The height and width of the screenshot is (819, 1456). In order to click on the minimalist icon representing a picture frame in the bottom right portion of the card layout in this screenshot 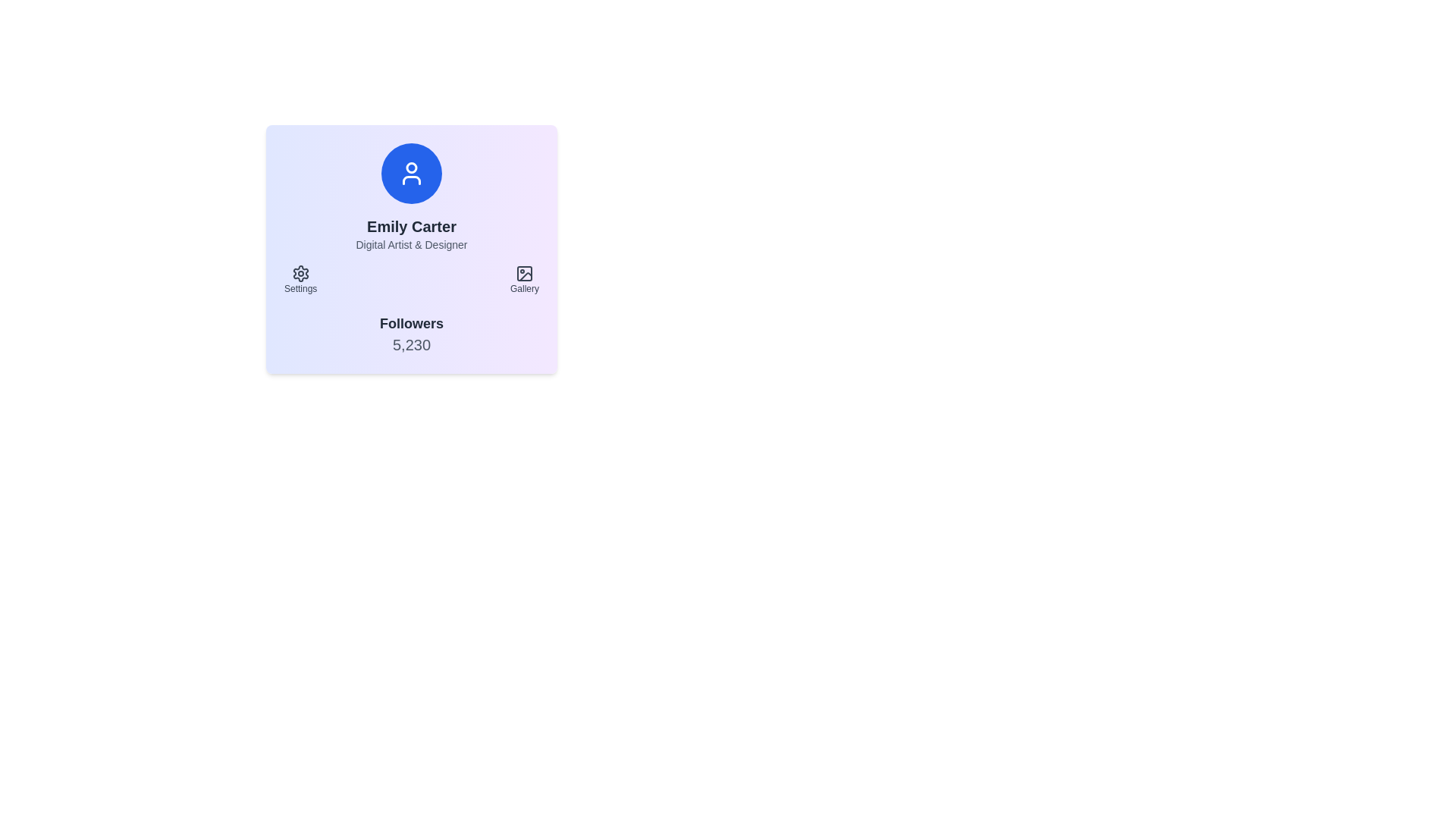, I will do `click(524, 274)`.